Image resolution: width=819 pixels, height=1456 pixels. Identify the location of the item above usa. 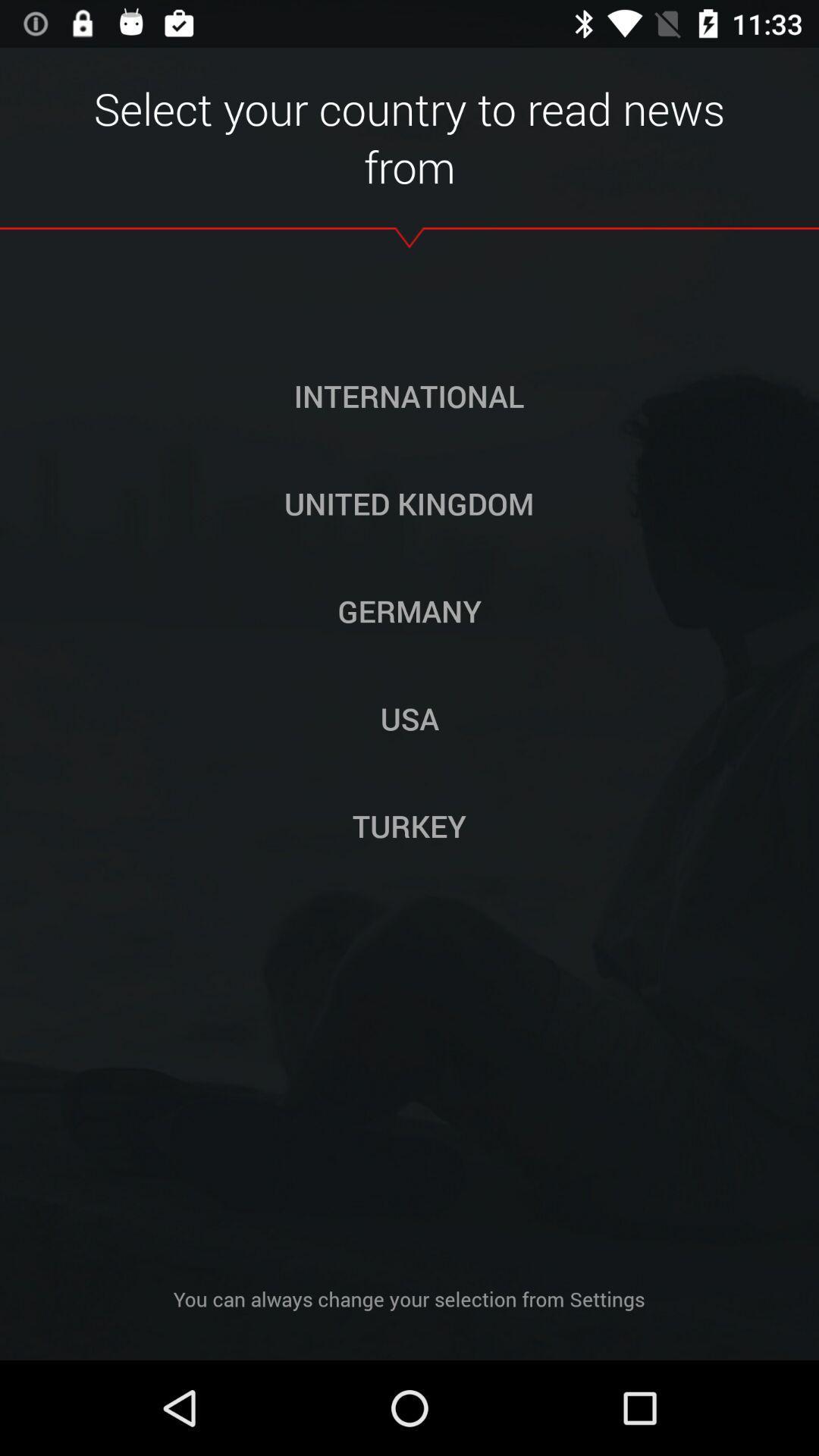
(409, 610).